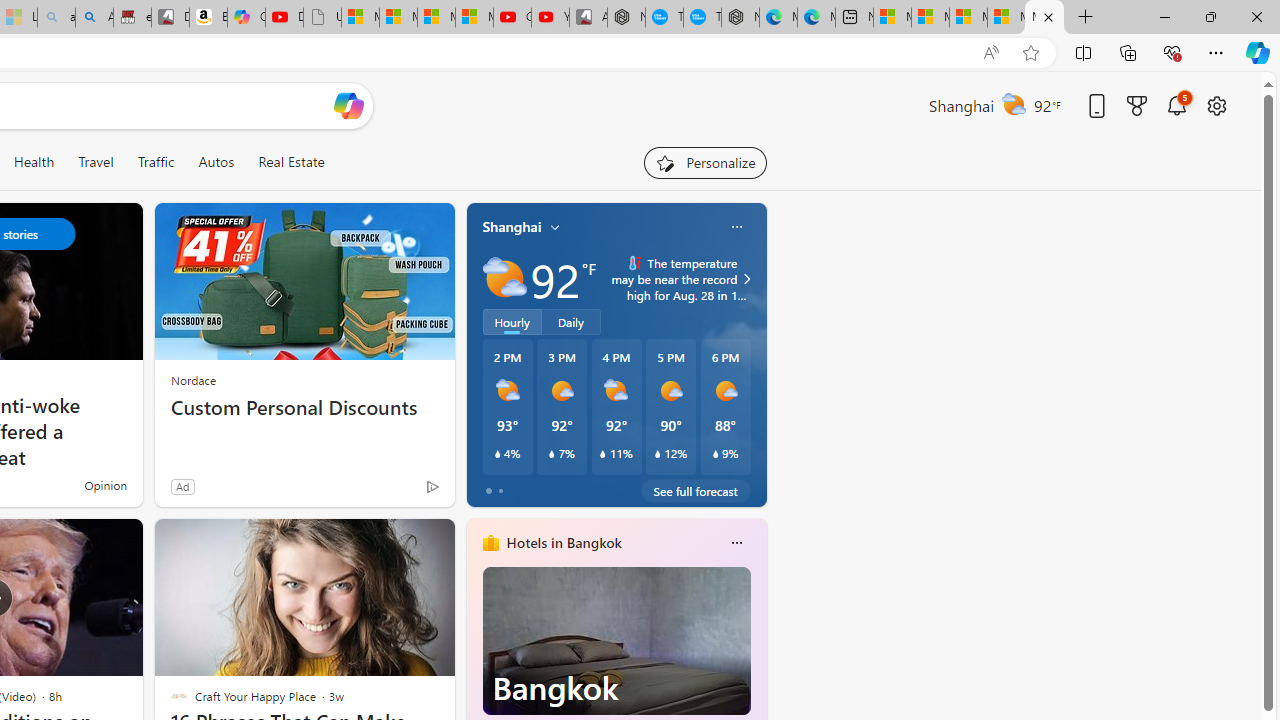 Image resolution: width=1280 pixels, height=720 pixels. What do you see at coordinates (193, 380) in the screenshot?
I see `'Nordace'` at bounding box center [193, 380].